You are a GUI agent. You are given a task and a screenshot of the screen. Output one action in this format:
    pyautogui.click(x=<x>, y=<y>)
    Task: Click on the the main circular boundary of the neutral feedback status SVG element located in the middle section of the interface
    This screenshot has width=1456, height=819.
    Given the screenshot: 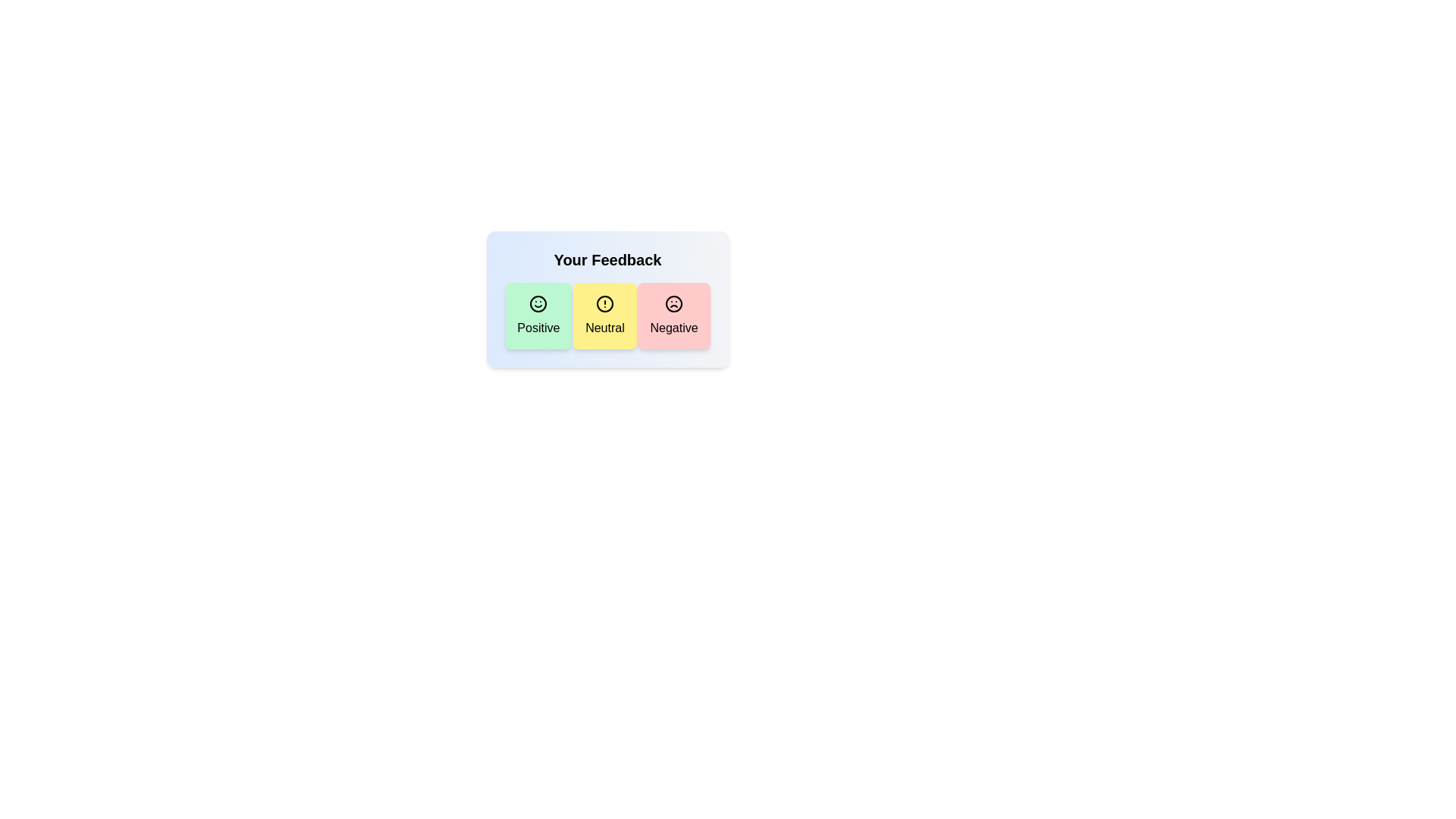 What is the action you would take?
    pyautogui.click(x=604, y=304)
    